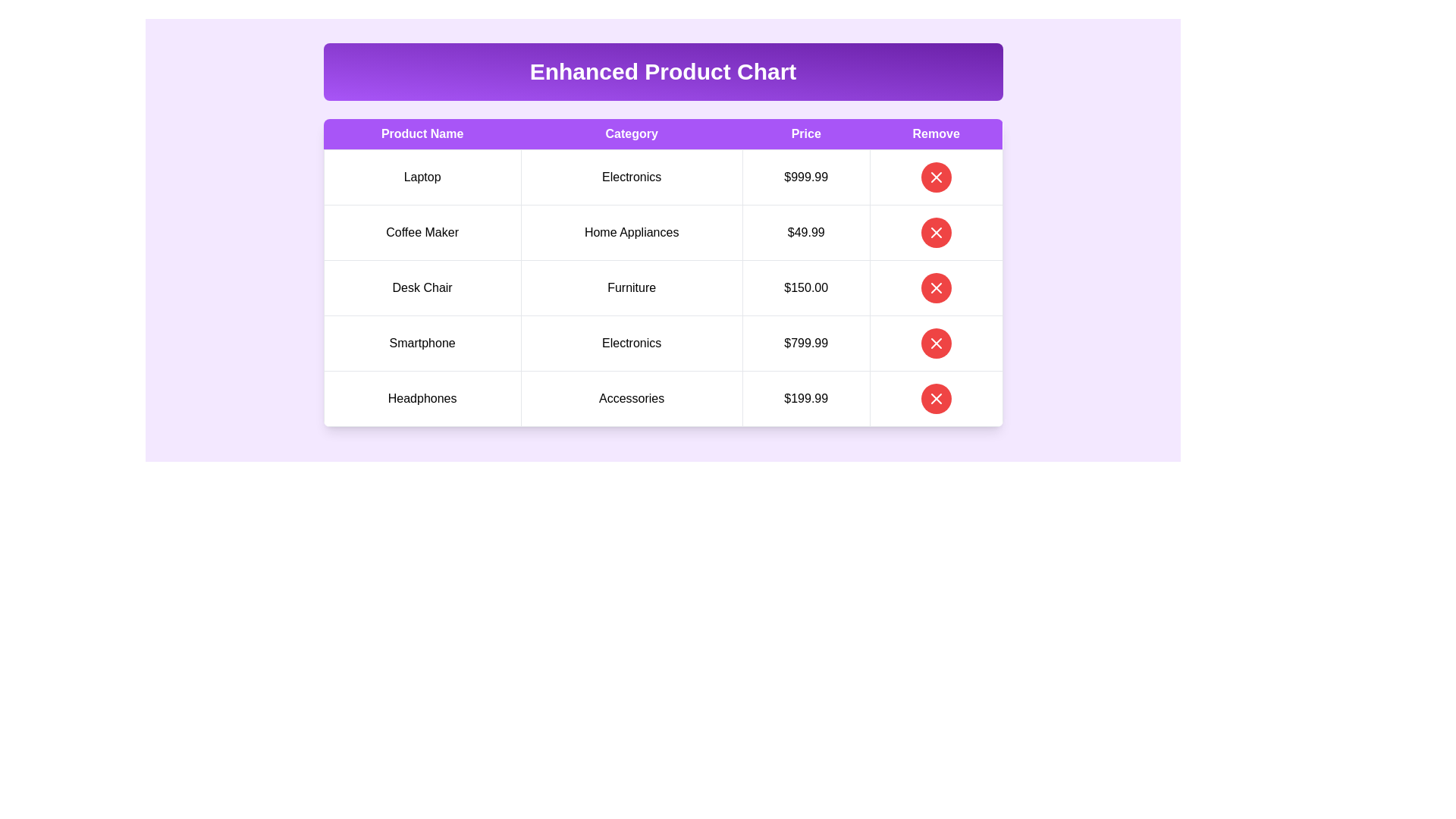  What do you see at coordinates (422, 343) in the screenshot?
I see `the Text label that describes the product category 'Smartphone' located in the fourth row under the 'Product Name' column` at bounding box center [422, 343].